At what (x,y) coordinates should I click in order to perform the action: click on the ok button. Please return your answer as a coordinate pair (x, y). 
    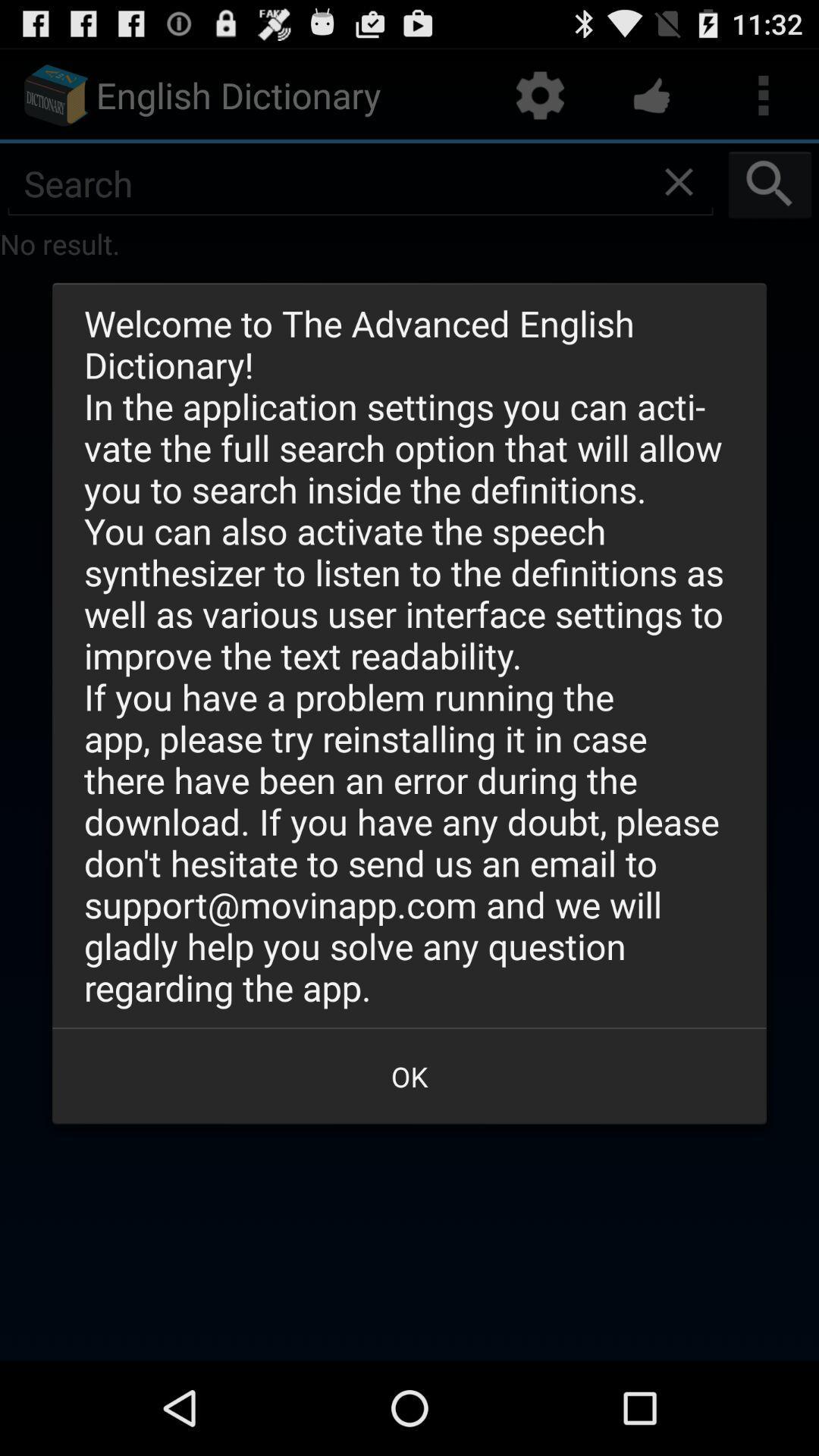
    Looking at the image, I should click on (409, 1075).